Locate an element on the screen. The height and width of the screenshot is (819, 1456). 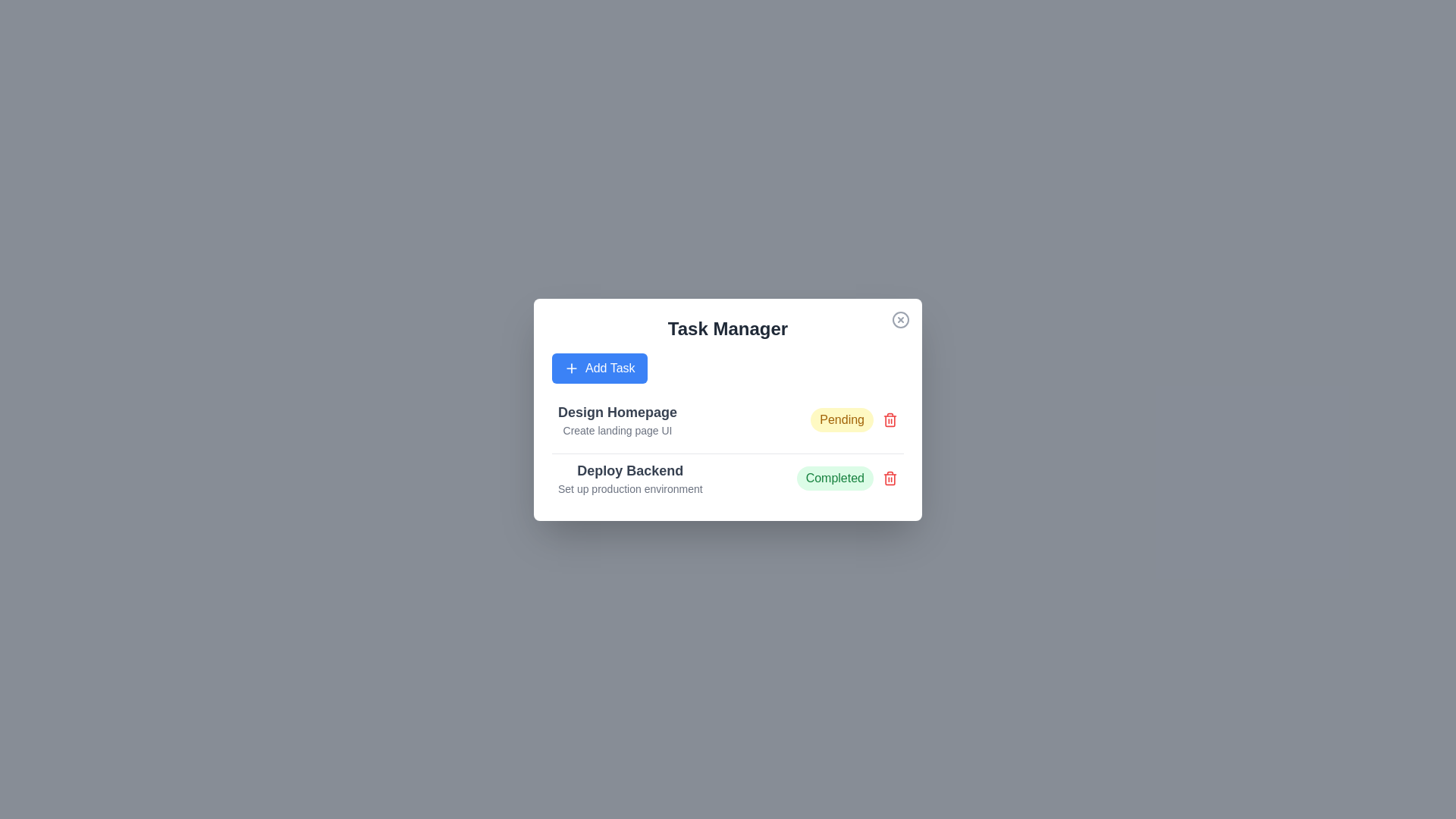
the red trash icon button, which signifies a delete action and is located to the right of the 'Completed' label and green badge, to trigger its hover effect is located at coordinates (890, 476).